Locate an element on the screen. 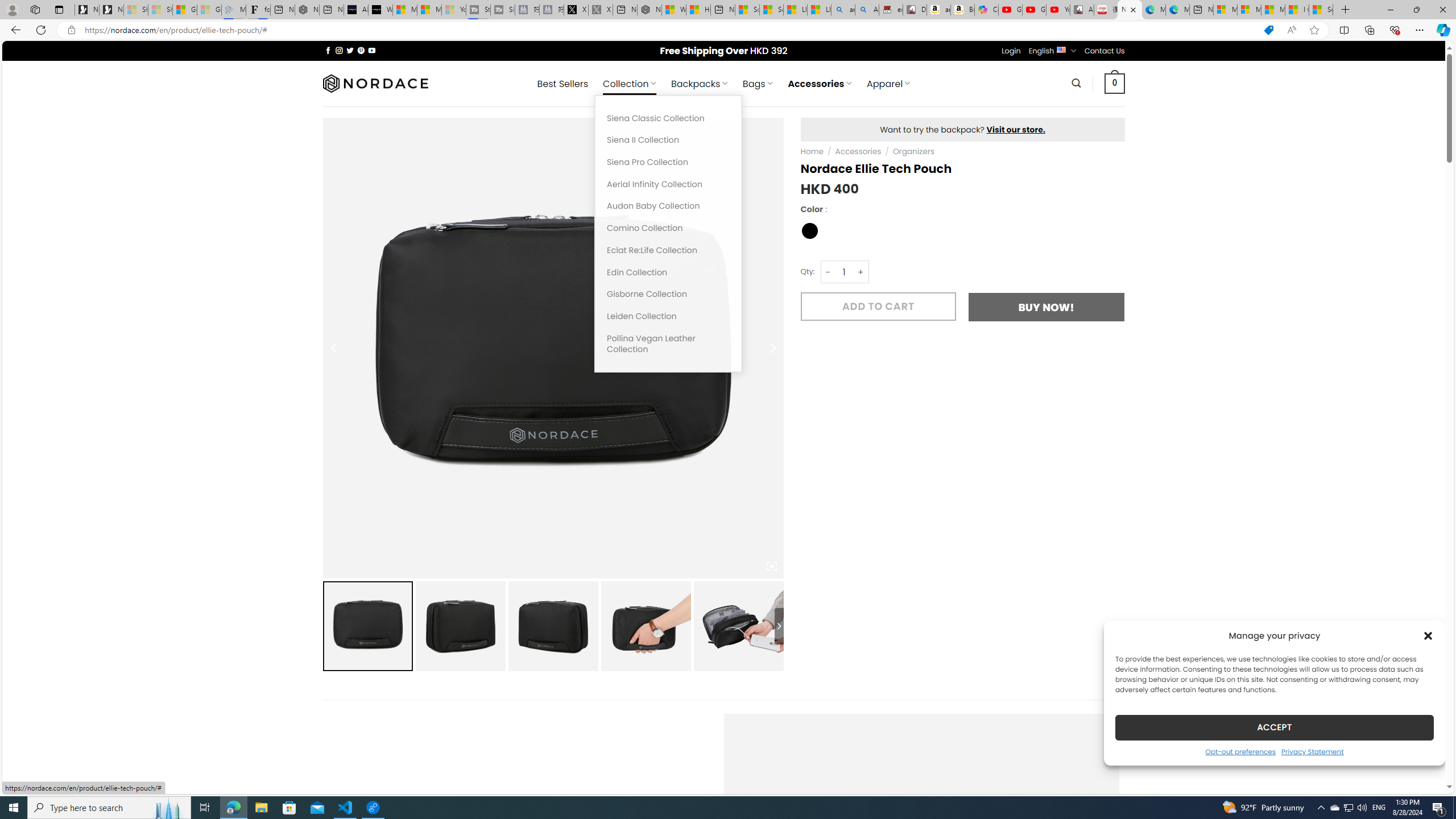 This screenshot has height=819, width=1456. 'Follow on YouTube' is located at coordinates (371, 50).